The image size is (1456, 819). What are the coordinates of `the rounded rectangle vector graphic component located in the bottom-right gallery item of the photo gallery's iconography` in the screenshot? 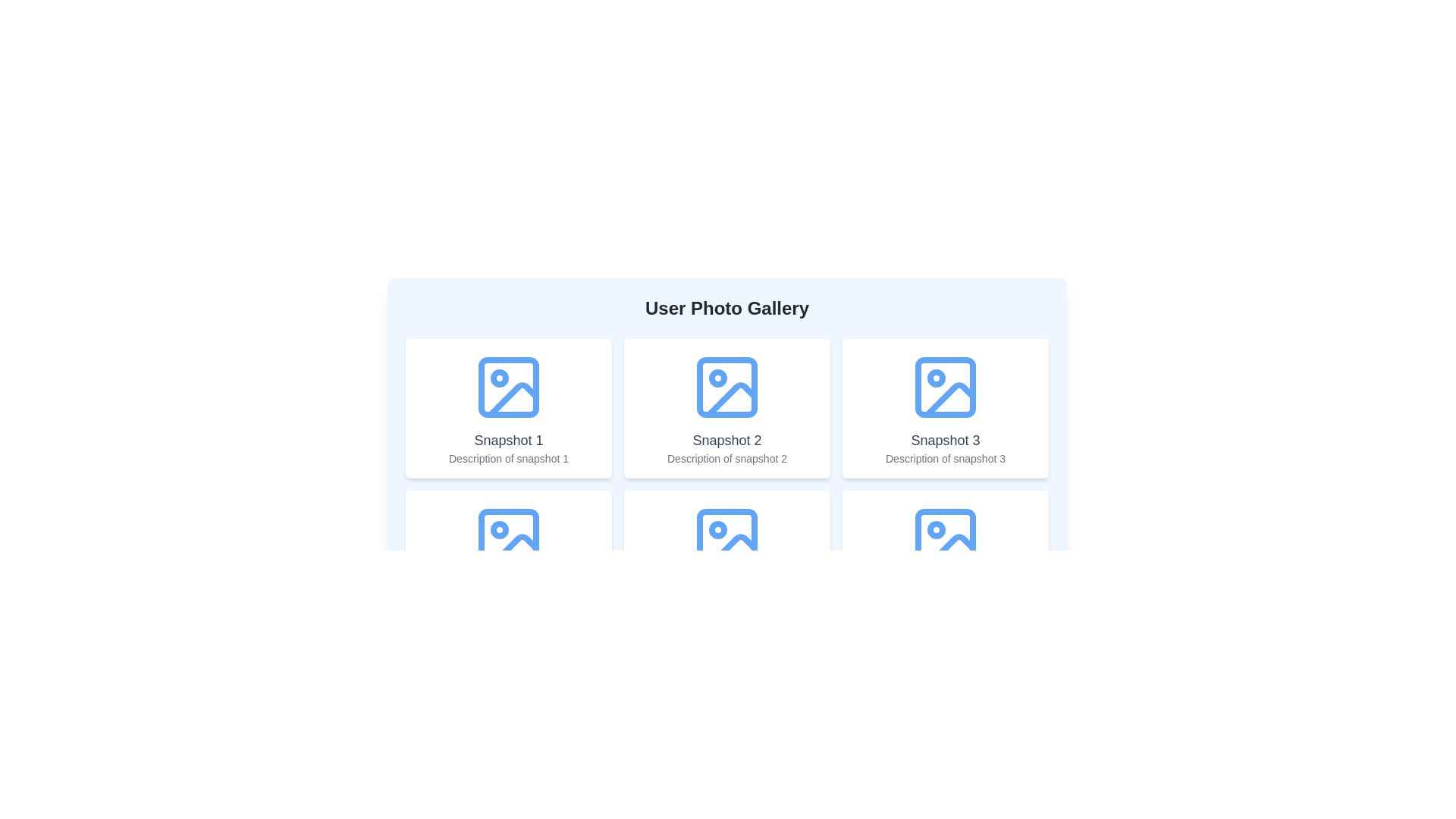 It's located at (945, 538).